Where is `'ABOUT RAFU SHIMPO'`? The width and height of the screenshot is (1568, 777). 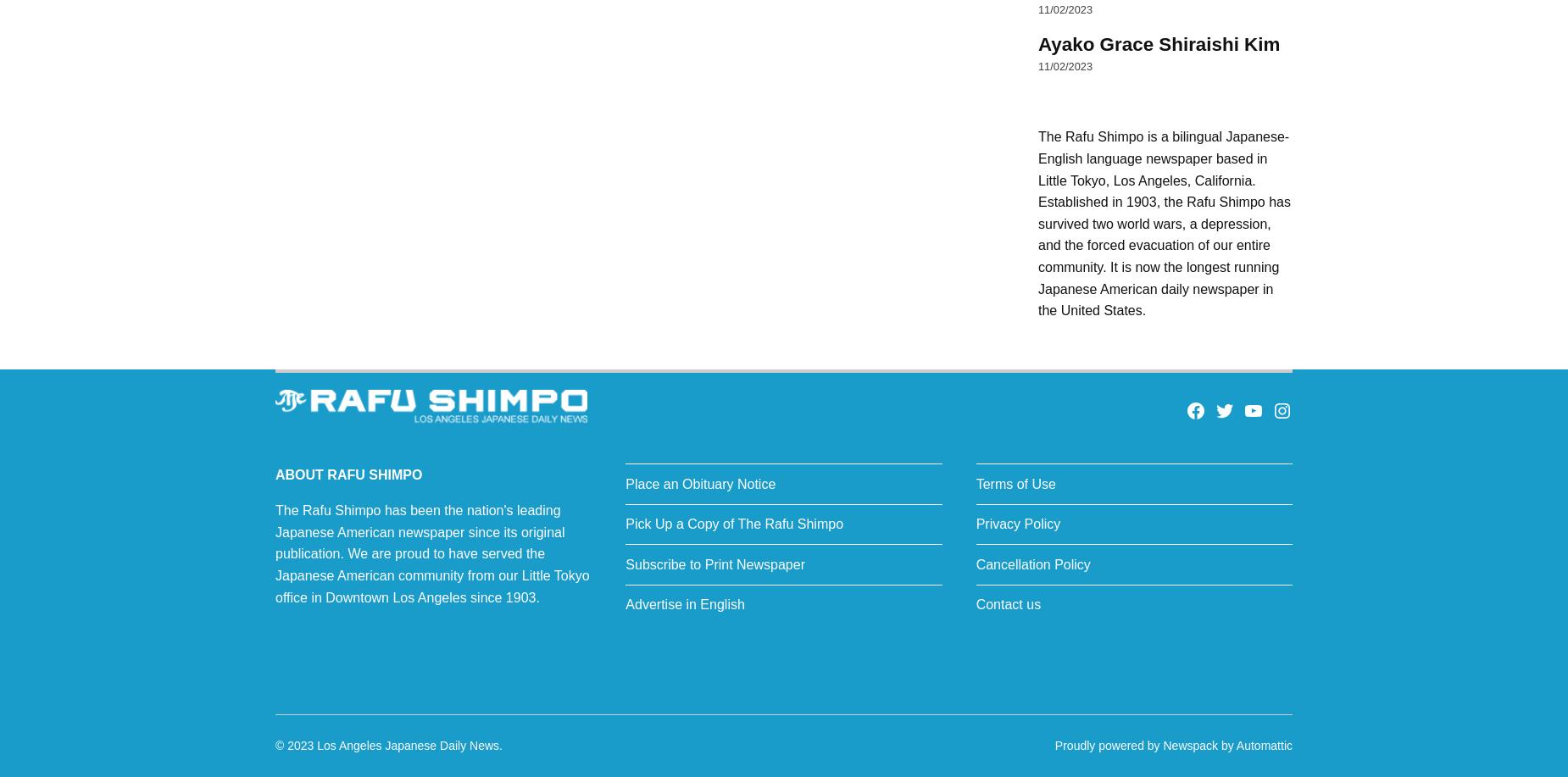 'ABOUT RAFU SHIMPO' is located at coordinates (348, 475).